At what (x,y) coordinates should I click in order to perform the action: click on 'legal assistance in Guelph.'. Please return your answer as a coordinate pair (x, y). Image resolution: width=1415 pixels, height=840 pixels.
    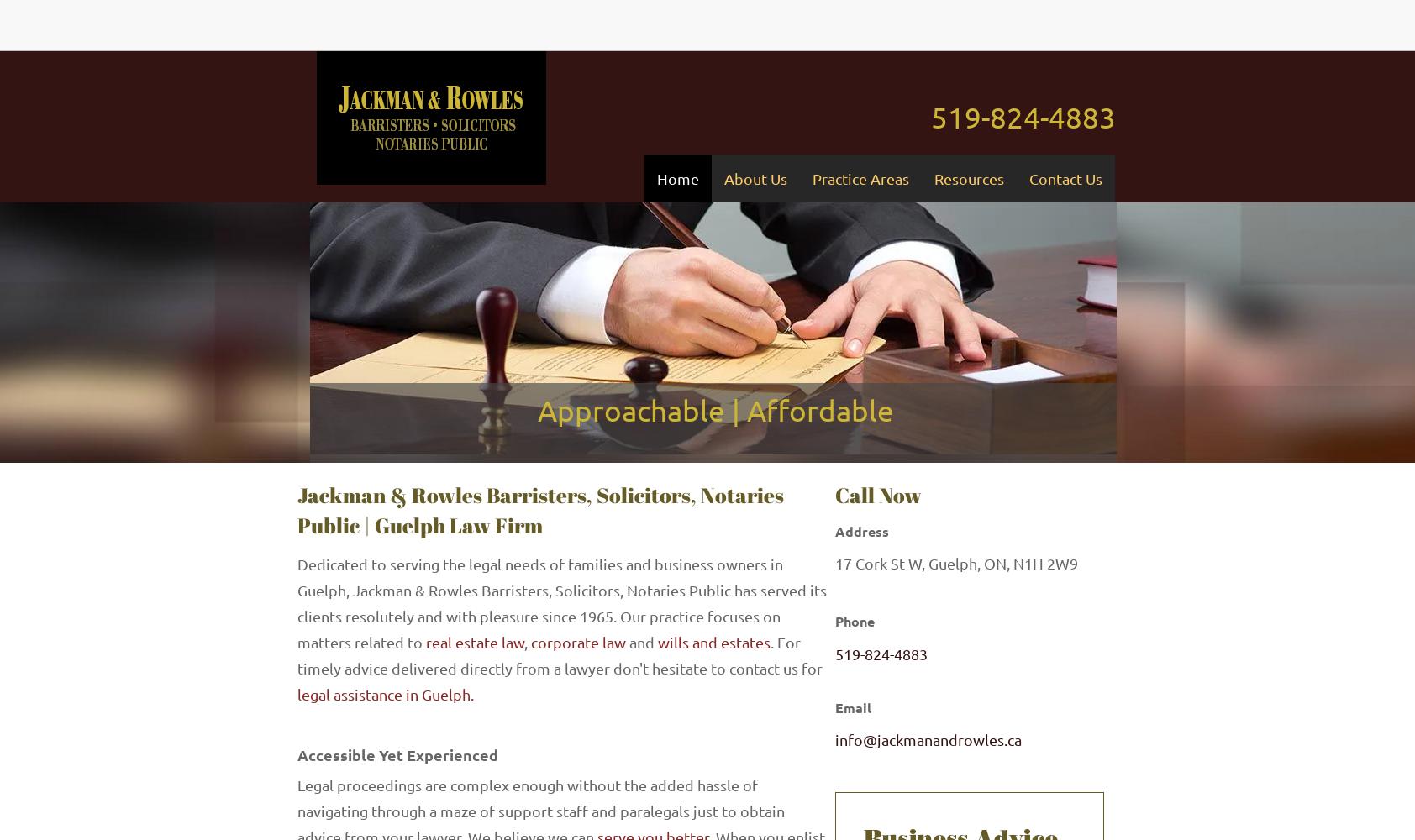
    Looking at the image, I should click on (385, 693).